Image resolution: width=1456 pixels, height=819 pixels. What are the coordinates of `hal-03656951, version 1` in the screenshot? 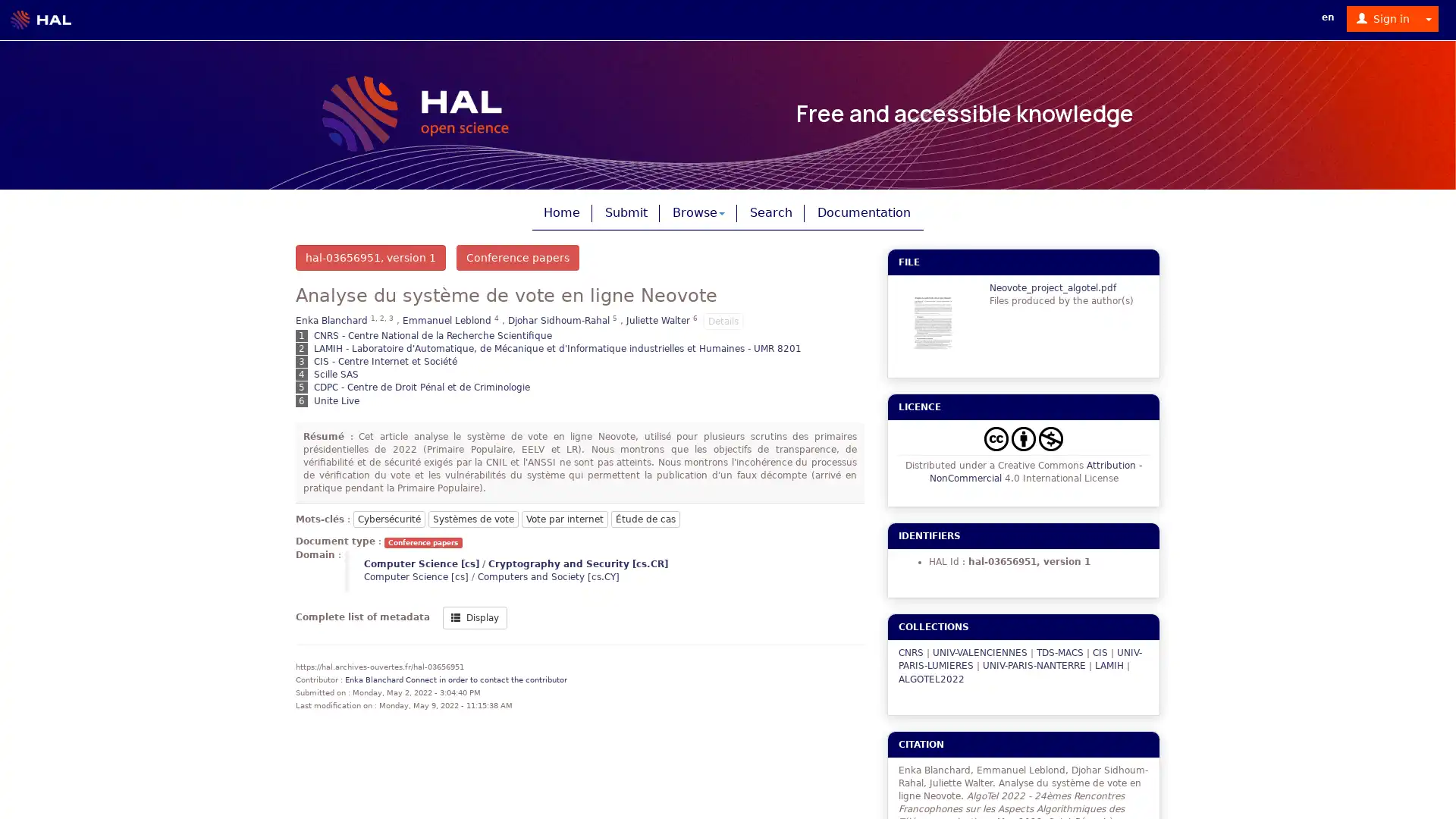 It's located at (371, 256).